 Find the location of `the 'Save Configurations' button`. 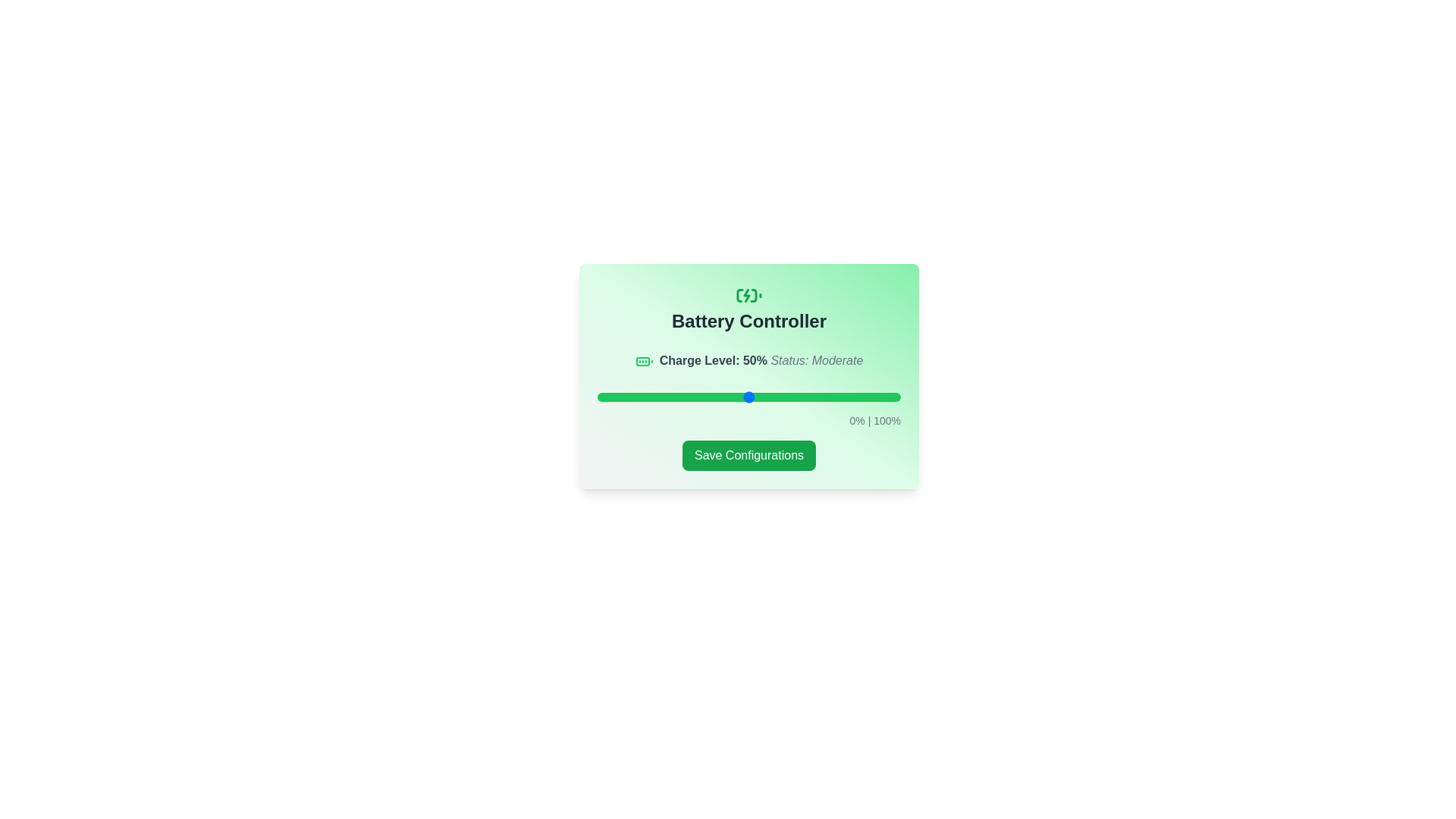

the 'Save Configurations' button is located at coordinates (749, 454).